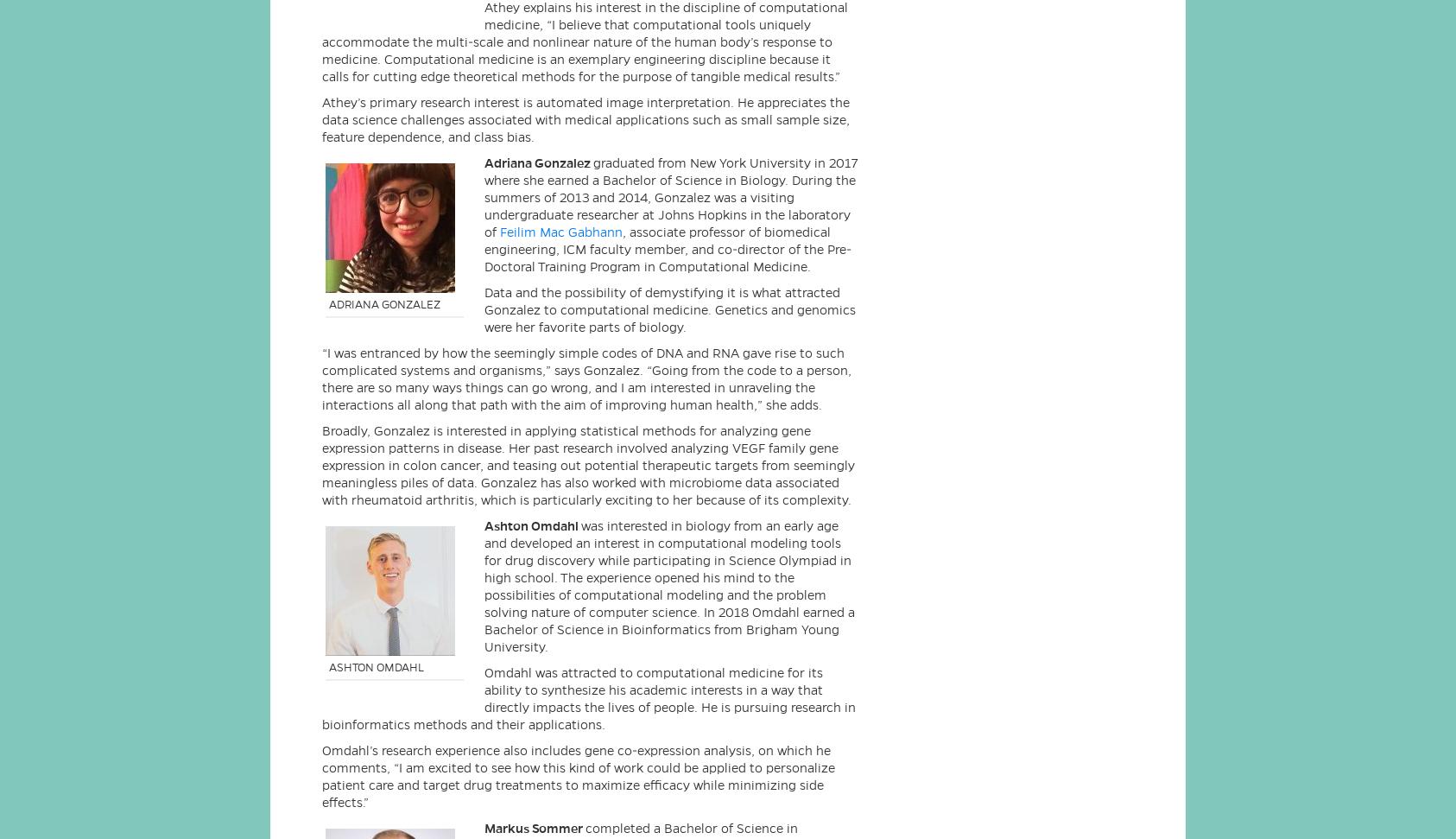 The image size is (1456, 839). Describe the element at coordinates (586, 378) in the screenshot. I see `'“I was entranced by how the seemingly simple codes of DNA and RNA gave rise to such complicated systems and organisms,” says Gonzalez. “Going from the code to a person, there are so many ways things can go wrong, and I am interested in unraveling the interactions all along that path with the aim of improving human health,” she adds.'` at that location.